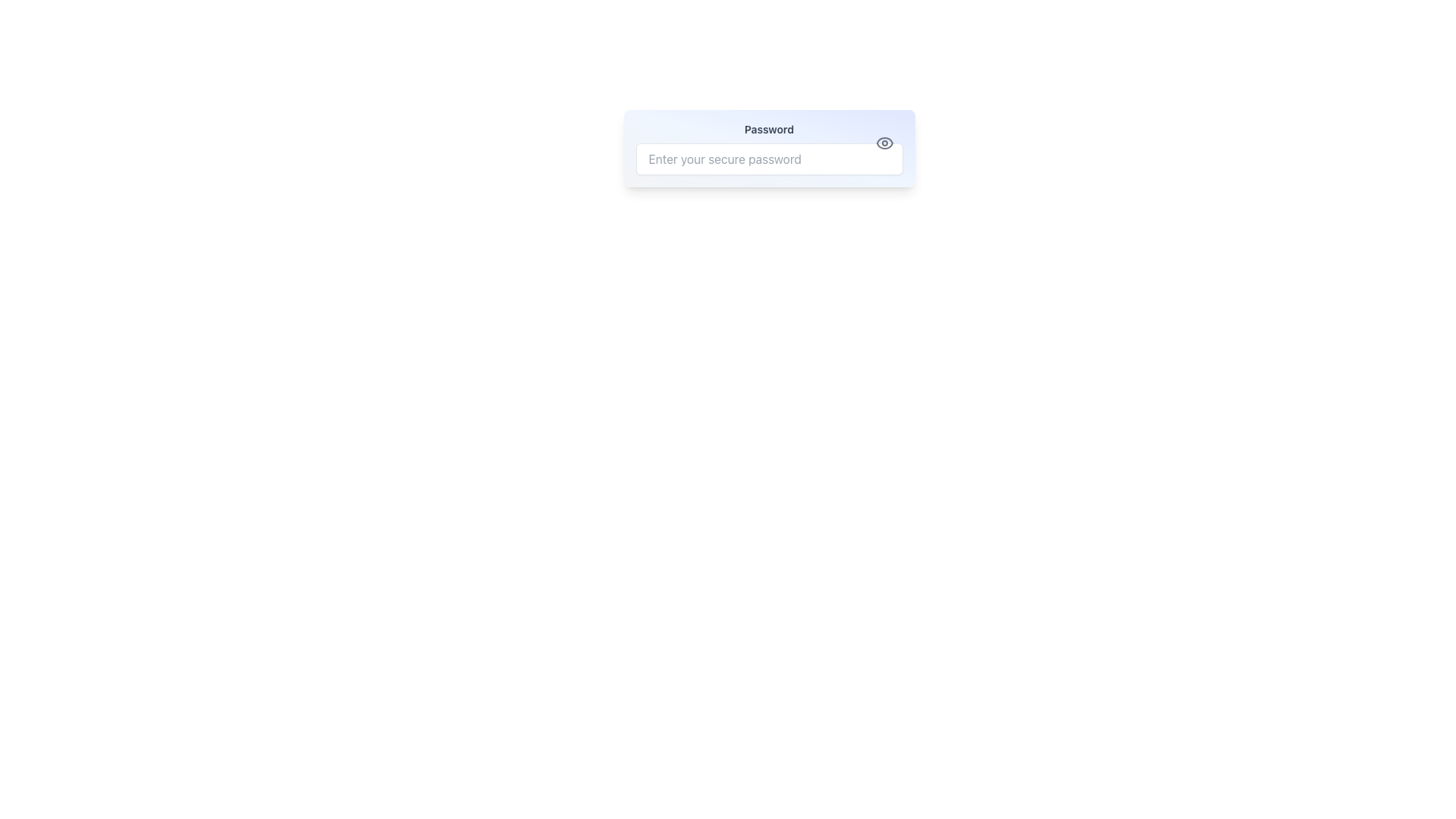  I want to click on the password label that guides the user to enter their secure password, which is located above the password input box in a rounded form-like component, so click(769, 128).